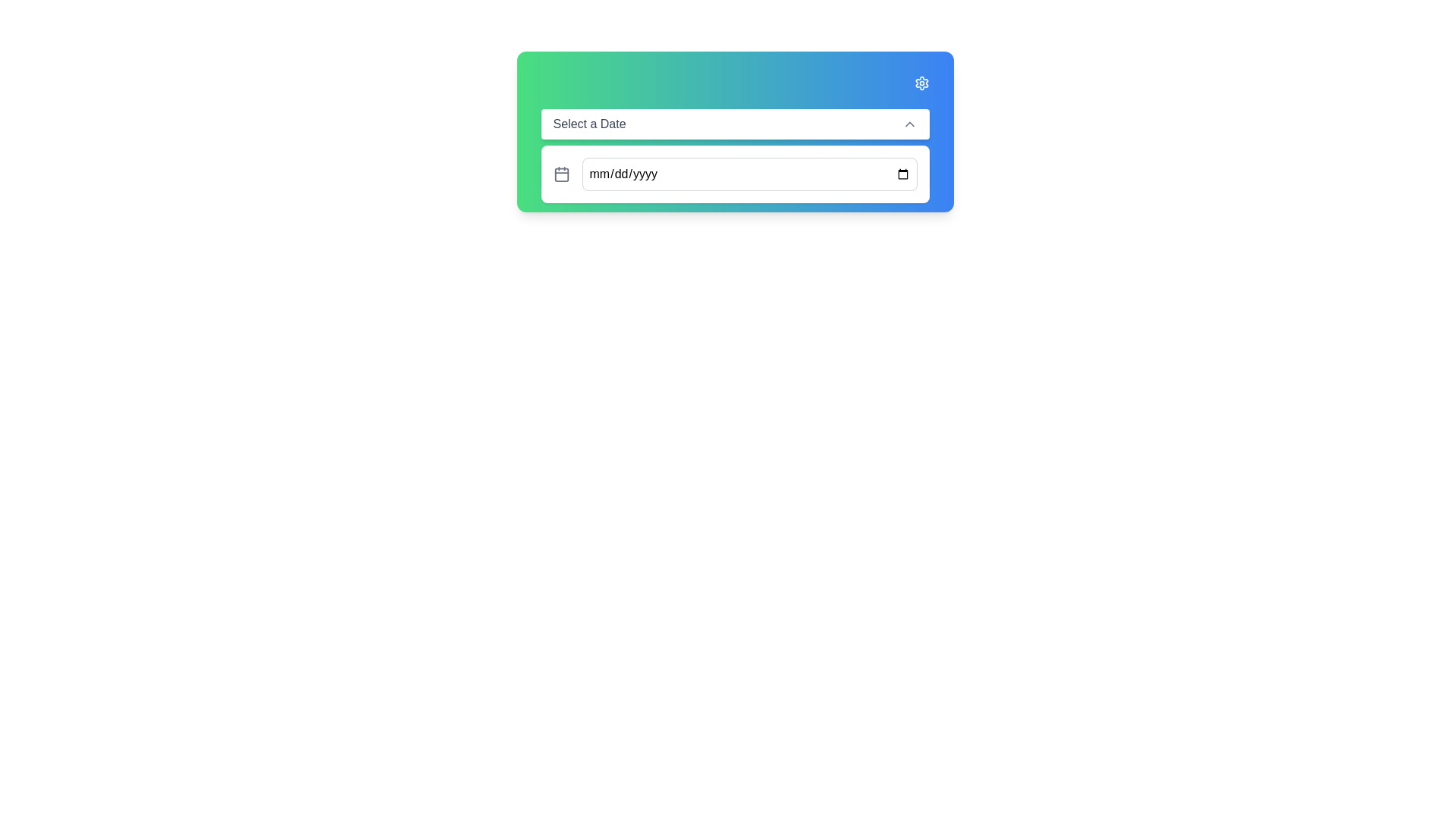 This screenshot has width=1456, height=819. Describe the element at coordinates (735, 174) in the screenshot. I see `the date input field of the Date Picker Input Field that is part of a dropdown content block, positioned below the title of the dropdown` at that location.